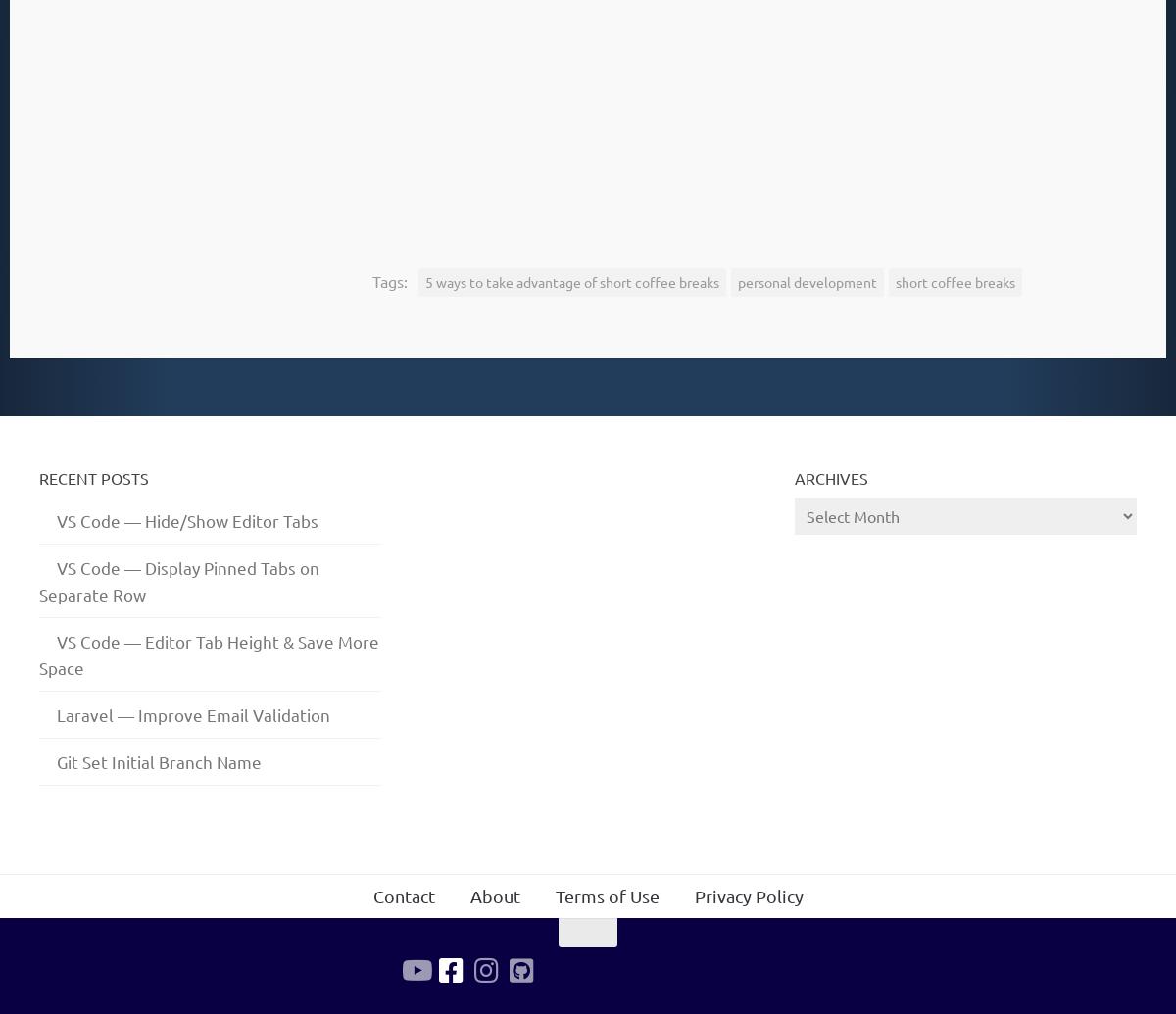 Image resolution: width=1176 pixels, height=1014 pixels. I want to click on 'VS Code — Editor Tab Height & Save More Space', so click(208, 652).